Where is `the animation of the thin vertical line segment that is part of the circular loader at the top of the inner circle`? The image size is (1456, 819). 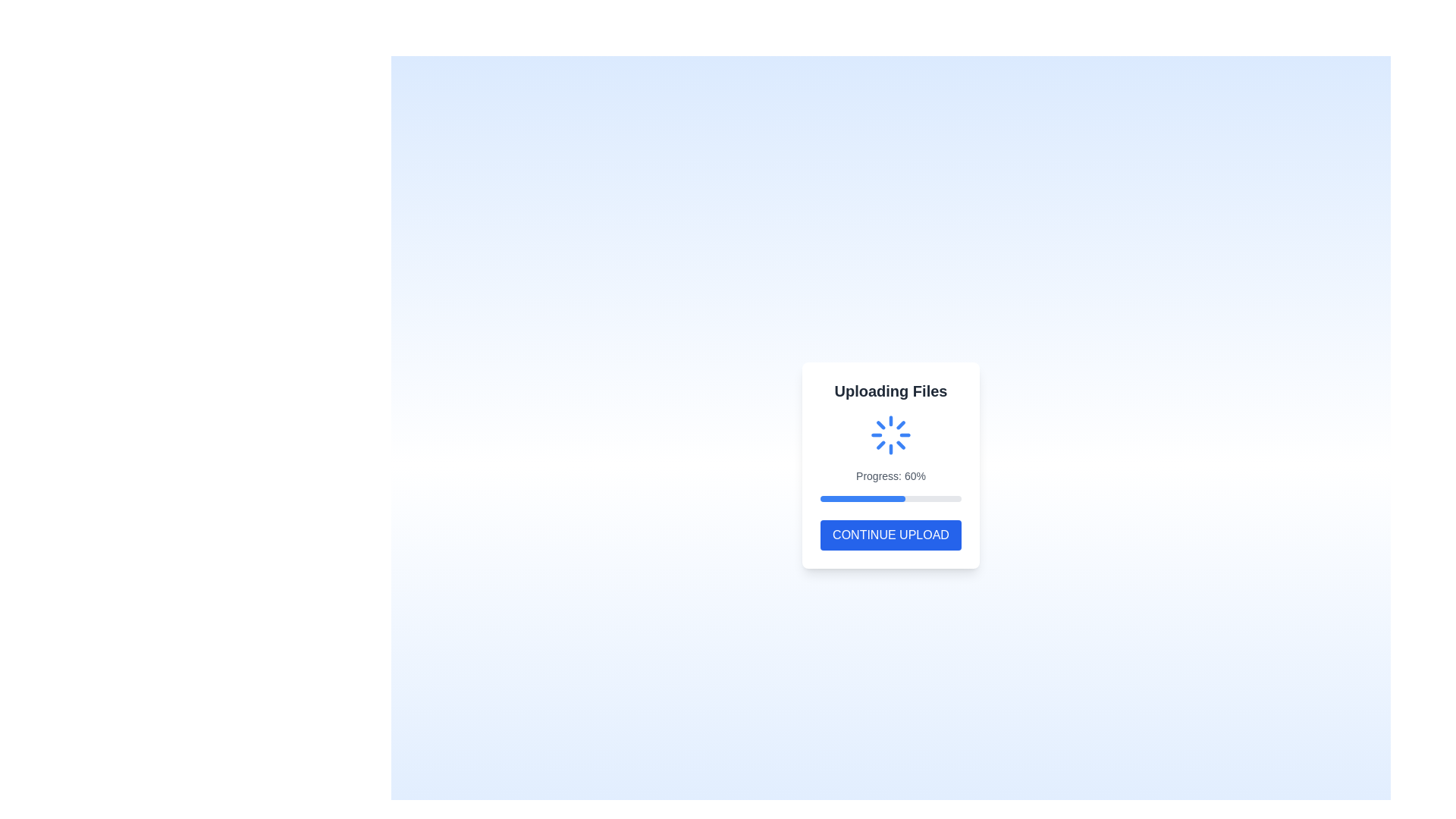 the animation of the thin vertical line segment that is part of the circular loader at the top of the inner circle is located at coordinates (895, 447).